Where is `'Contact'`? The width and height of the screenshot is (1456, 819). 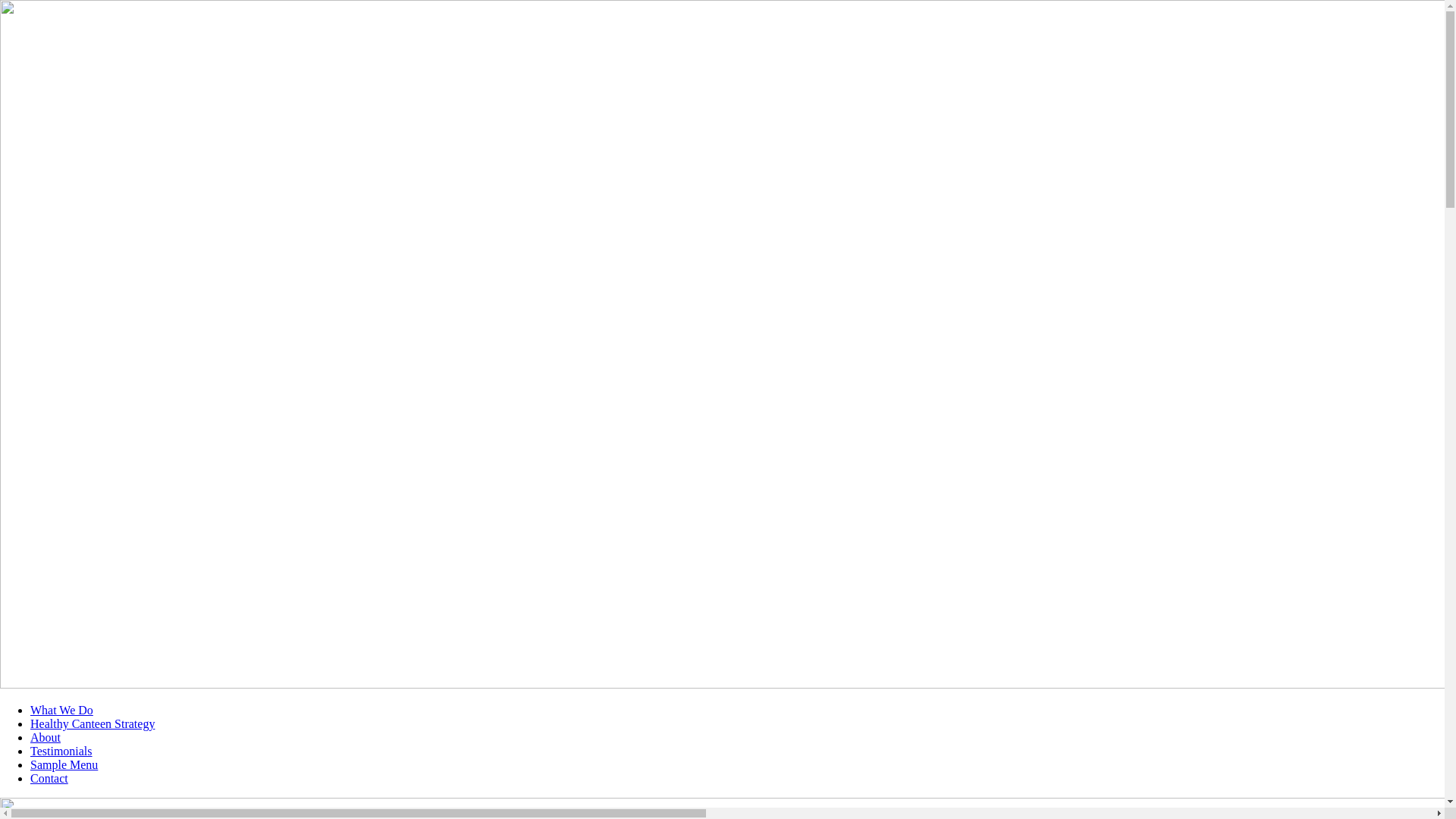 'Contact' is located at coordinates (49, 778).